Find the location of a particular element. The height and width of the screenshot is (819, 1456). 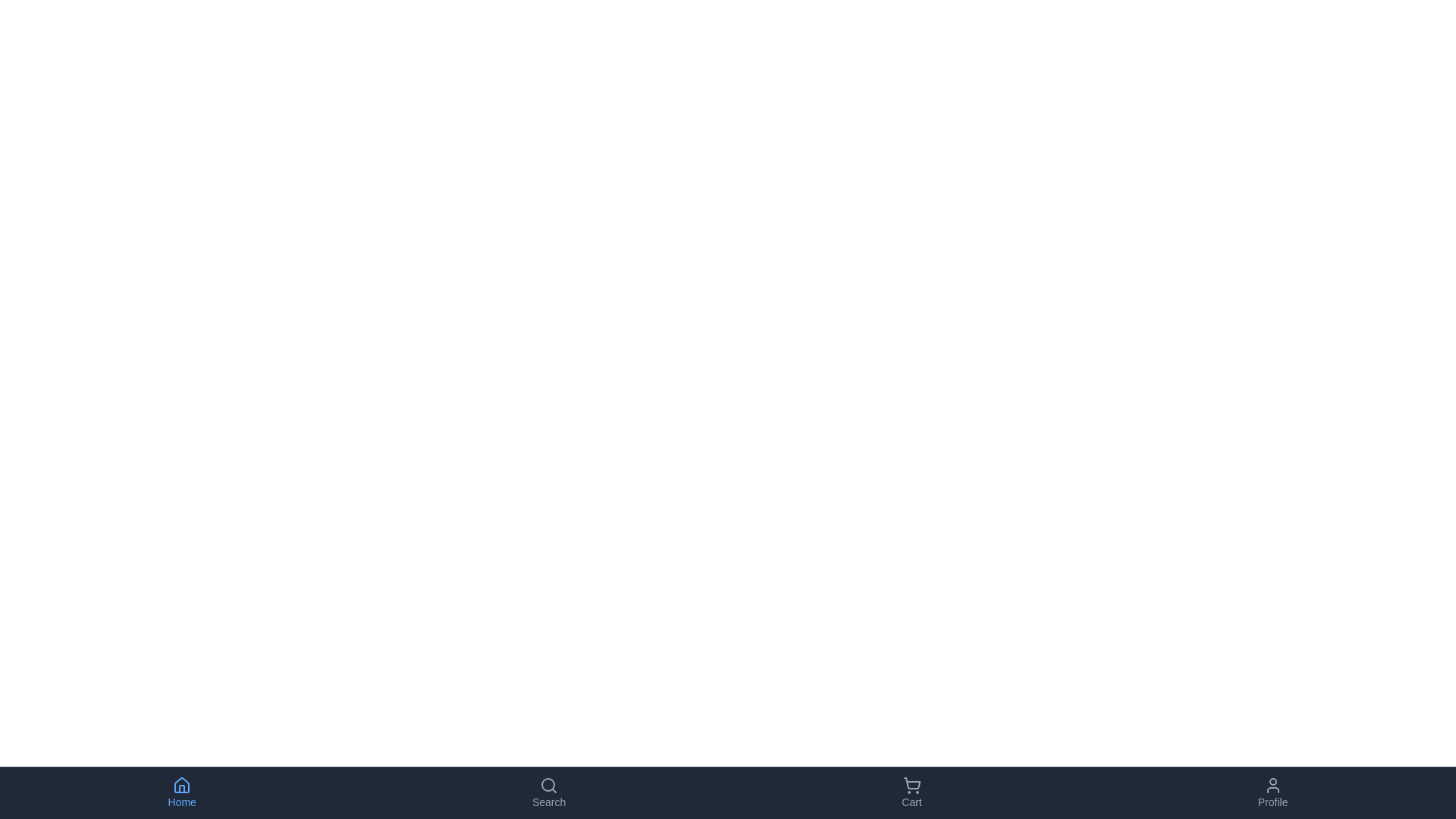

the 'Search' button in the bottom navigation bar is located at coordinates (548, 792).